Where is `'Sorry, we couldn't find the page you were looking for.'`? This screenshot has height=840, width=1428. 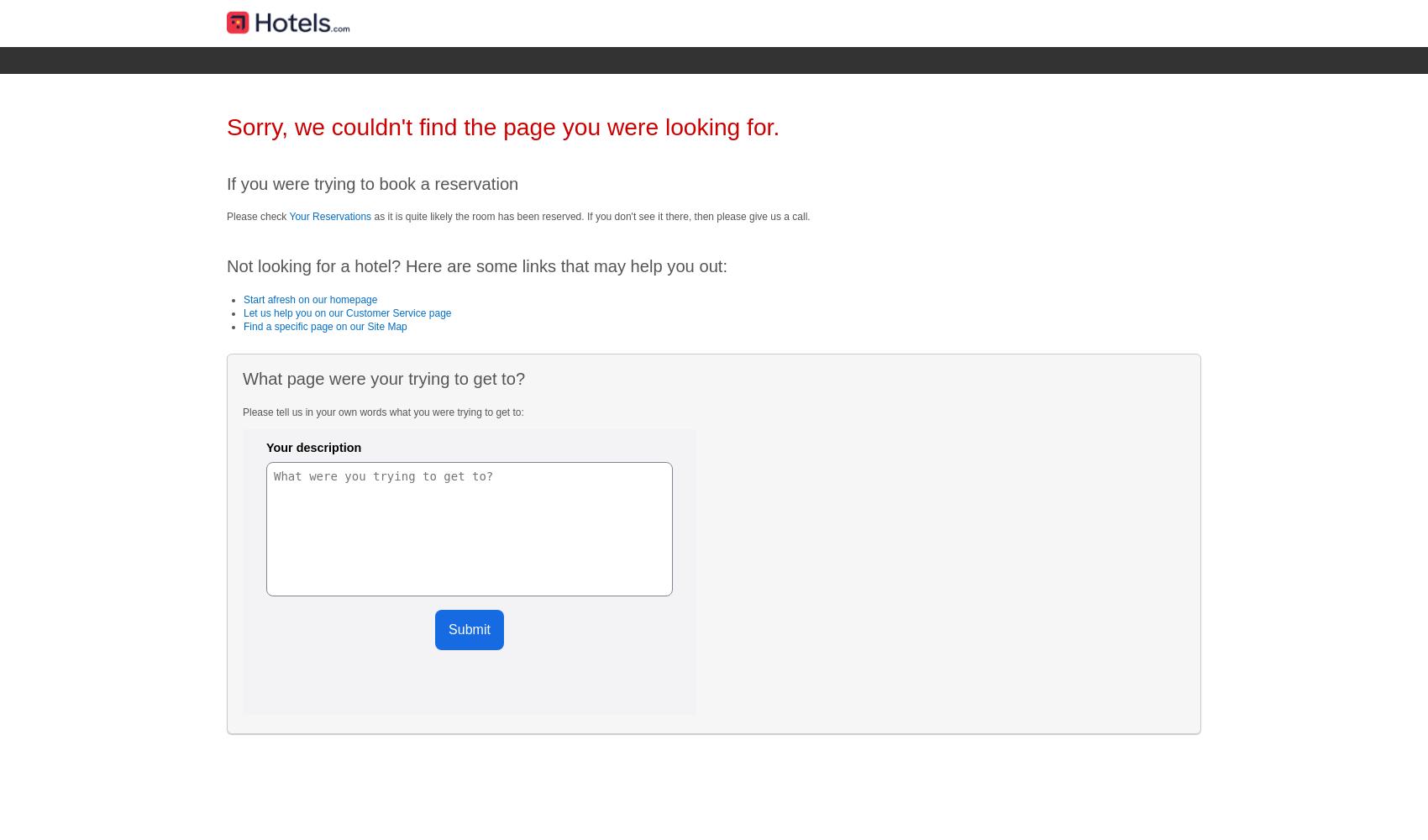 'Sorry, we couldn't find the page you were looking for.' is located at coordinates (502, 127).